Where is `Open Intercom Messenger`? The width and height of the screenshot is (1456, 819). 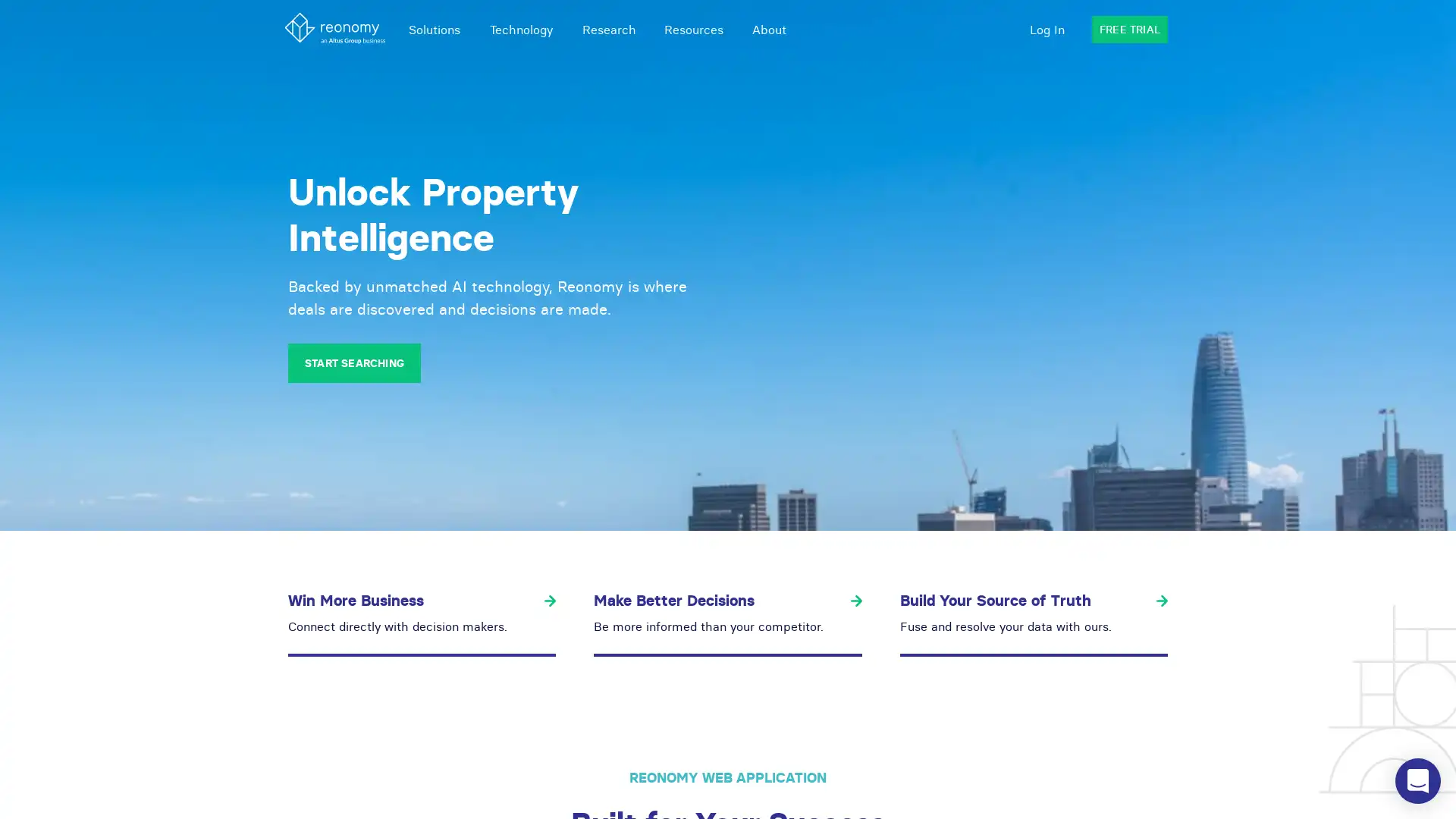 Open Intercom Messenger is located at coordinates (1417, 780).